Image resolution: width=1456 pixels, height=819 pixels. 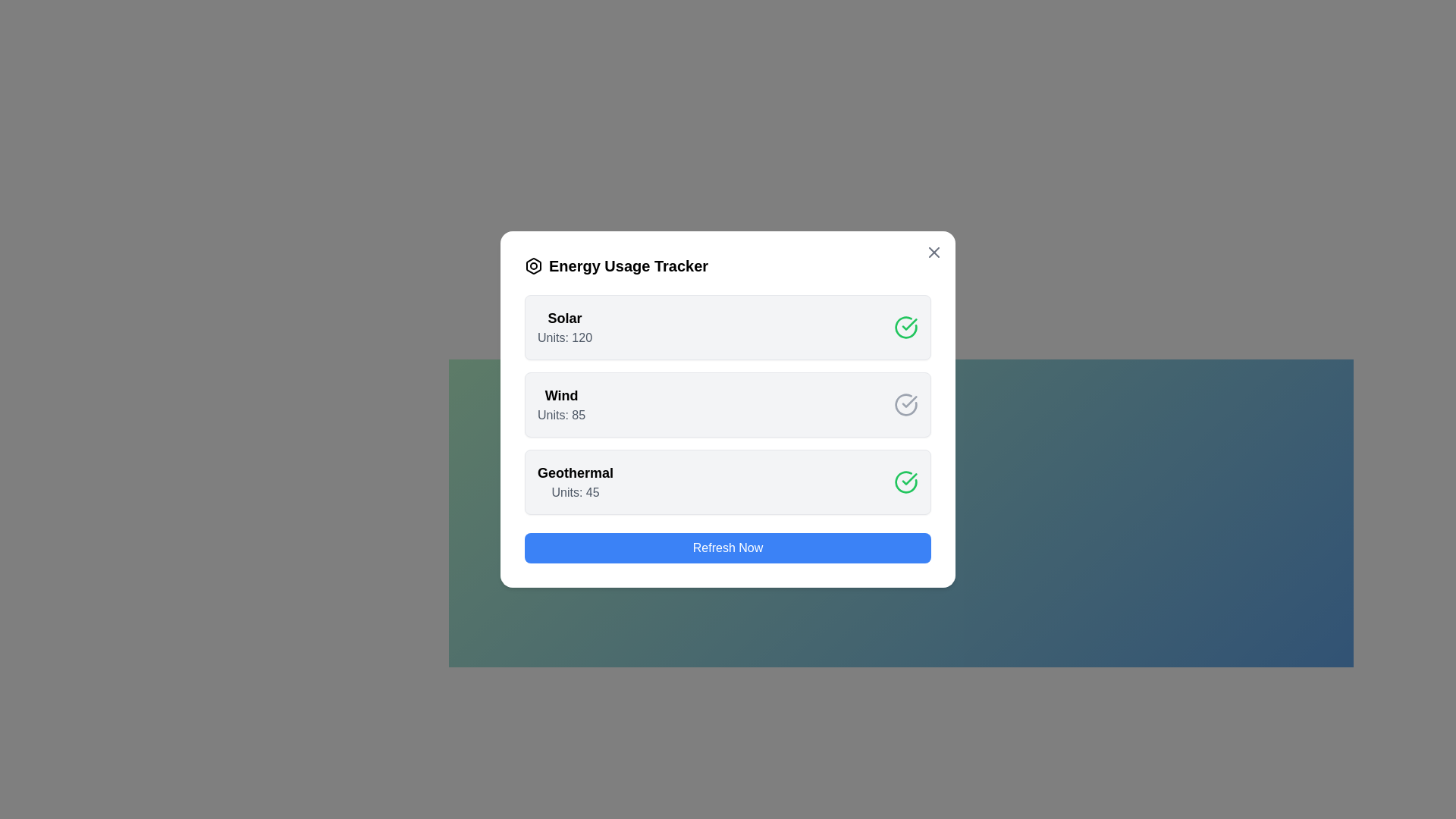 What do you see at coordinates (574, 493) in the screenshot?
I see `the static text label displaying 'Units: 45' located below the 'Geothermal' text in the interface` at bounding box center [574, 493].